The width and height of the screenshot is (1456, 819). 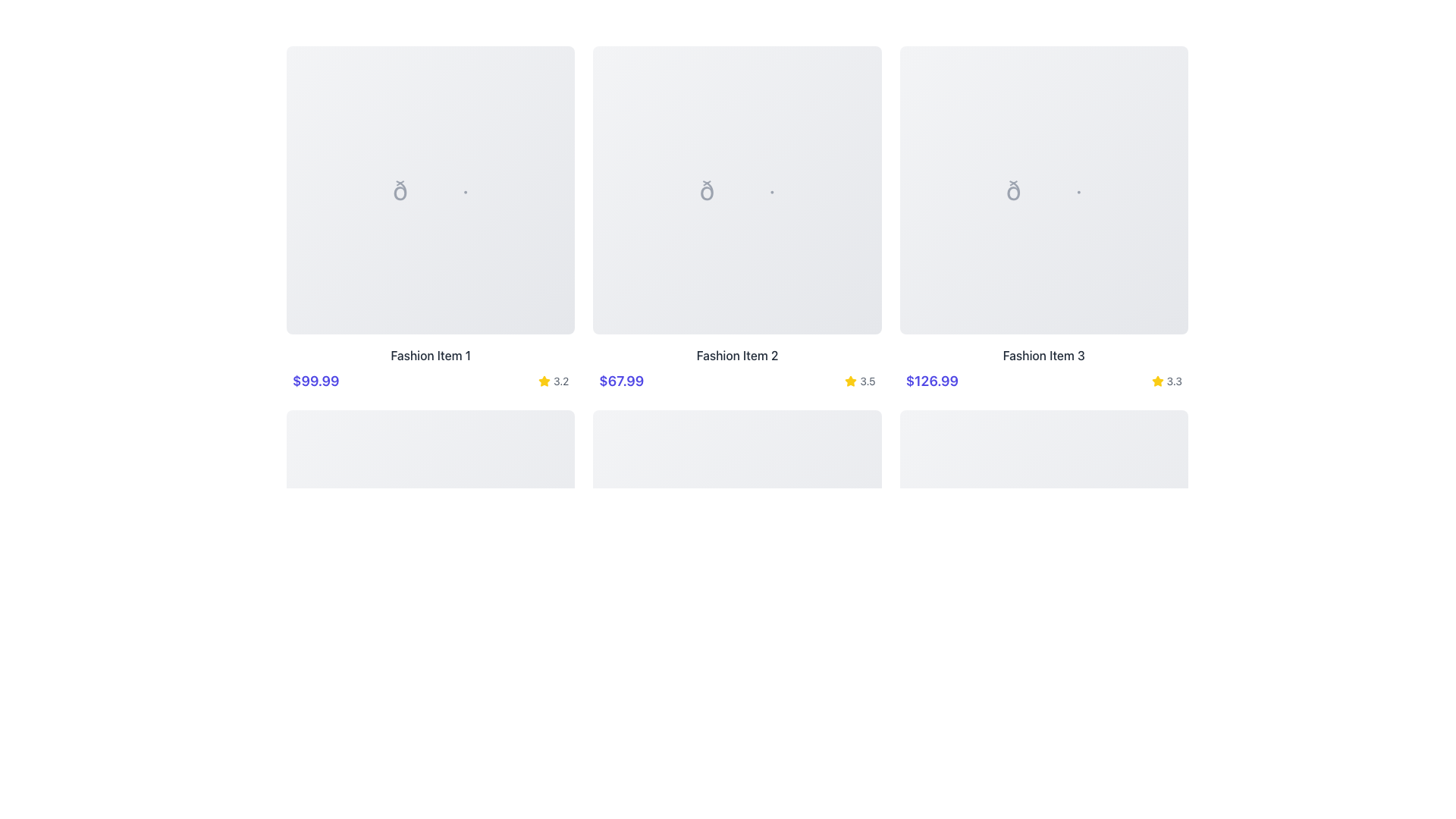 I want to click on the rating icon for 'Fashion Item 3', located to the left of the number '3.3' in the third product entry row, so click(x=1156, y=381).